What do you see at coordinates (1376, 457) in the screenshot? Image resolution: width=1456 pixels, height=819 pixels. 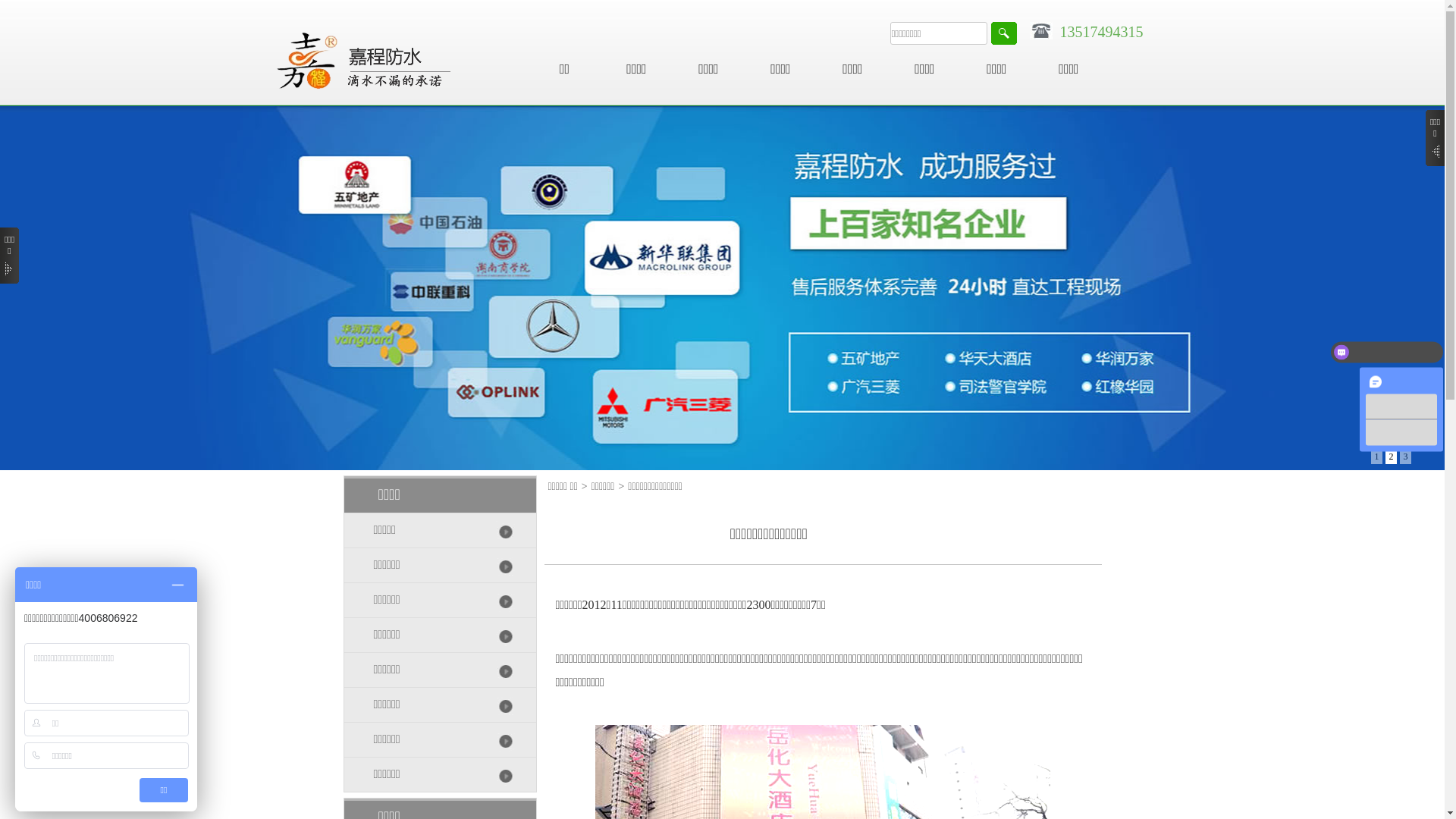 I see `'1'` at bounding box center [1376, 457].